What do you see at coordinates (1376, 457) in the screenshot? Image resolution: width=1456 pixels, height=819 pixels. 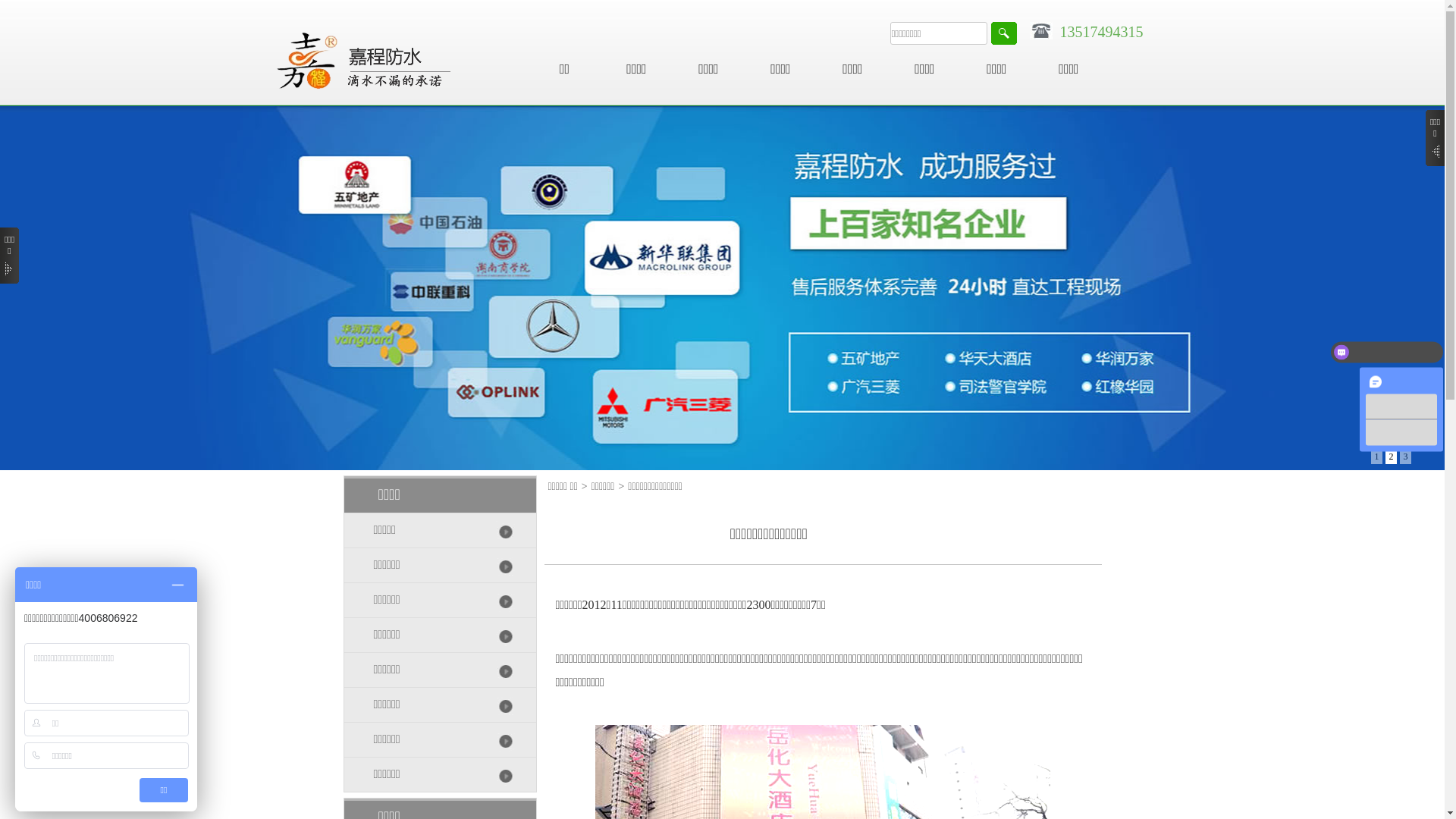 I see `'1'` at bounding box center [1376, 457].